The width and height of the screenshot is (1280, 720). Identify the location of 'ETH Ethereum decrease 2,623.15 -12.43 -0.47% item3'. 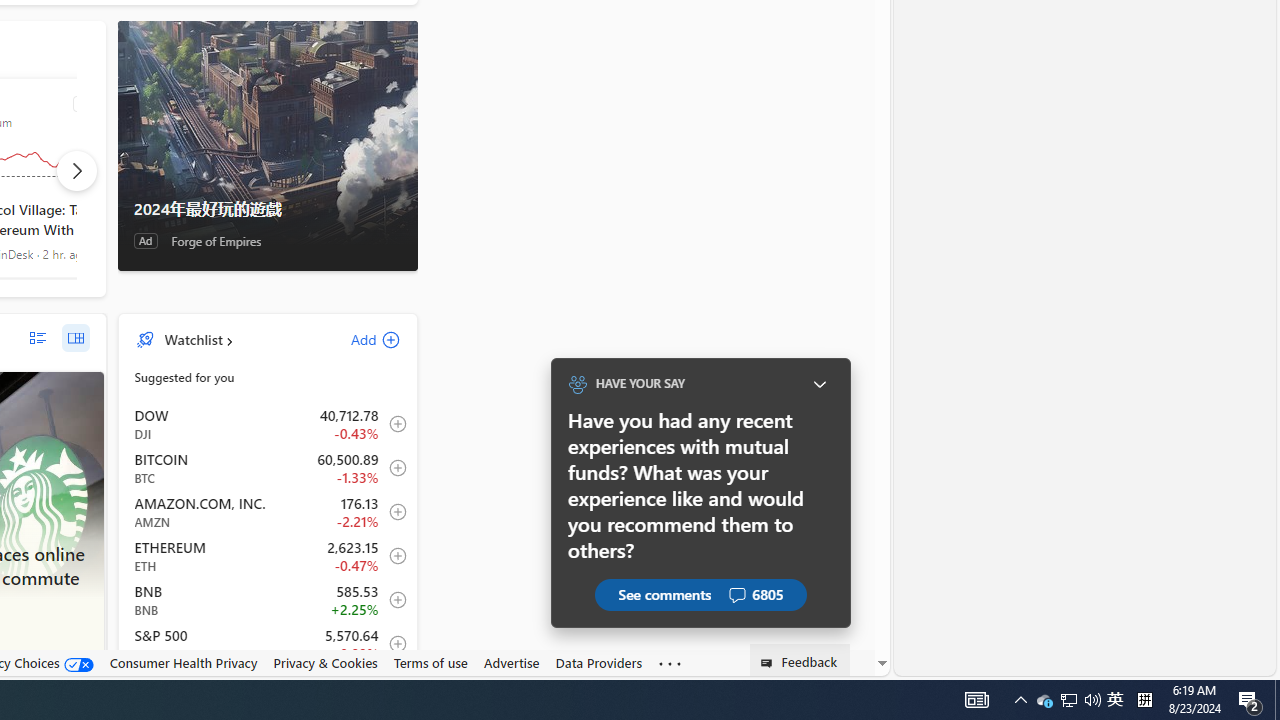
(267, 556).